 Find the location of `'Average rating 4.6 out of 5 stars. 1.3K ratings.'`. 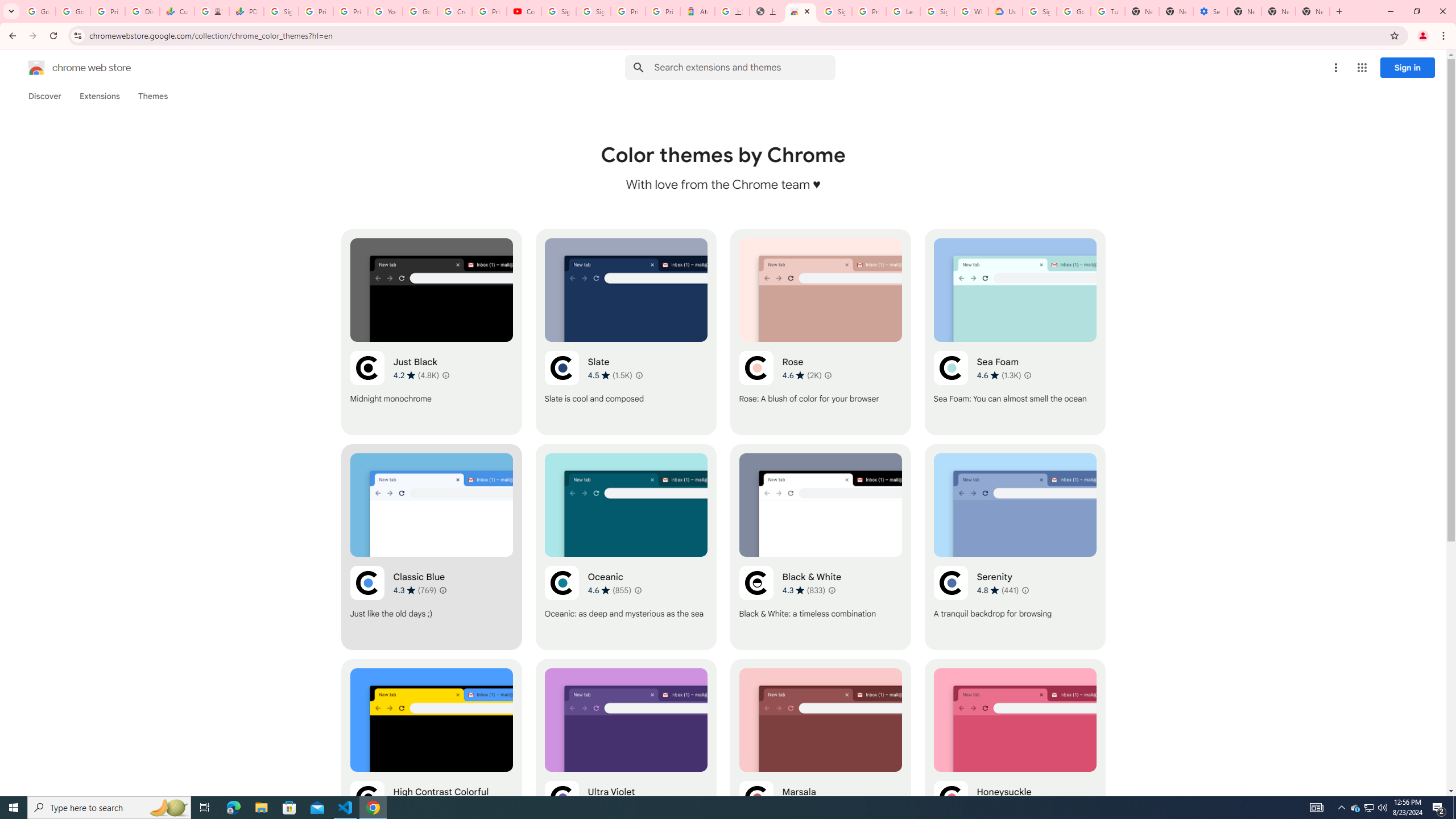

'Average rating 4.6 out of 5 stars. 1.3K ratings.' is located at coordinates (999, 375).